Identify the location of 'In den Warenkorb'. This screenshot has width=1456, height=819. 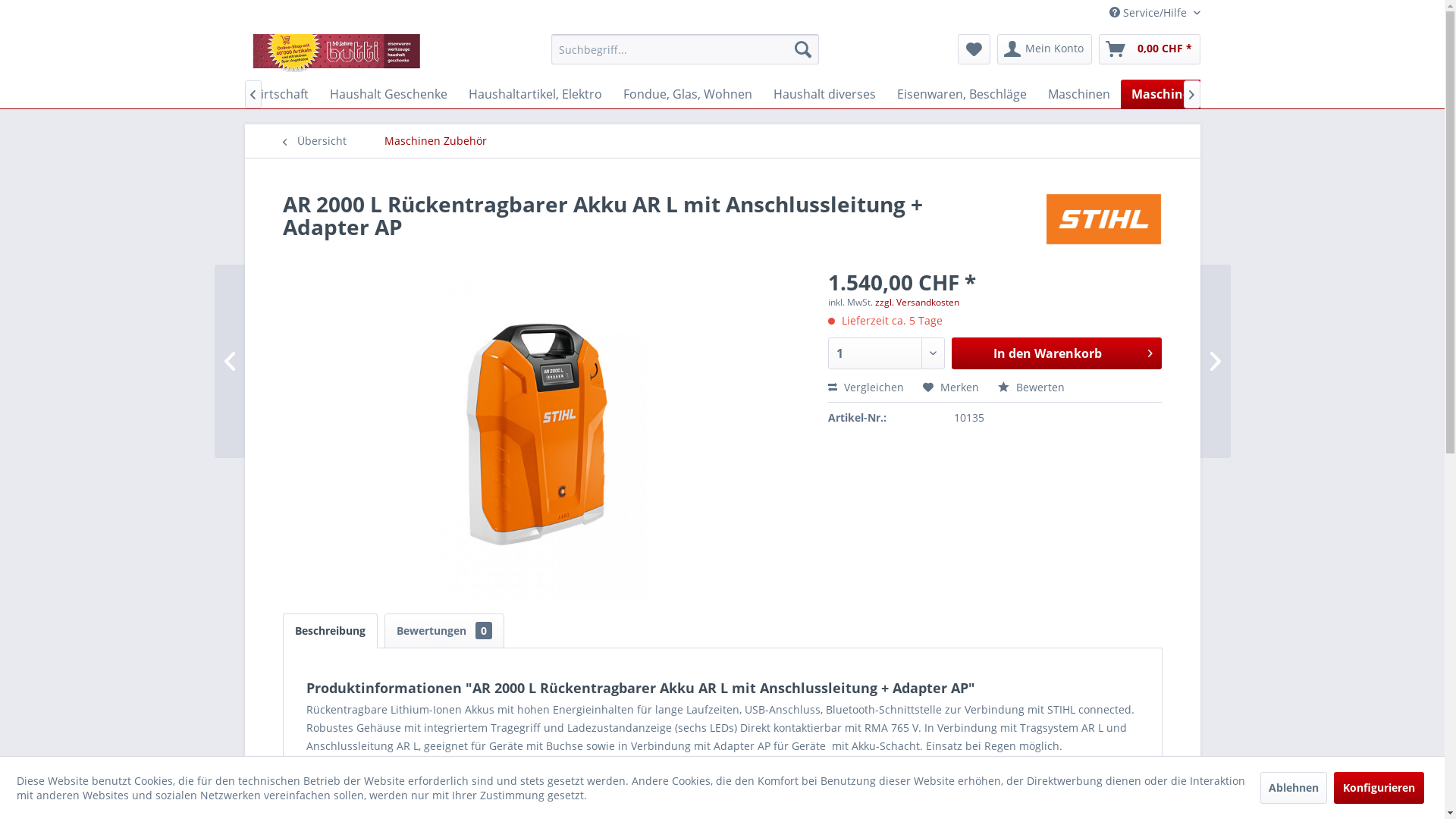
(1056, 353).